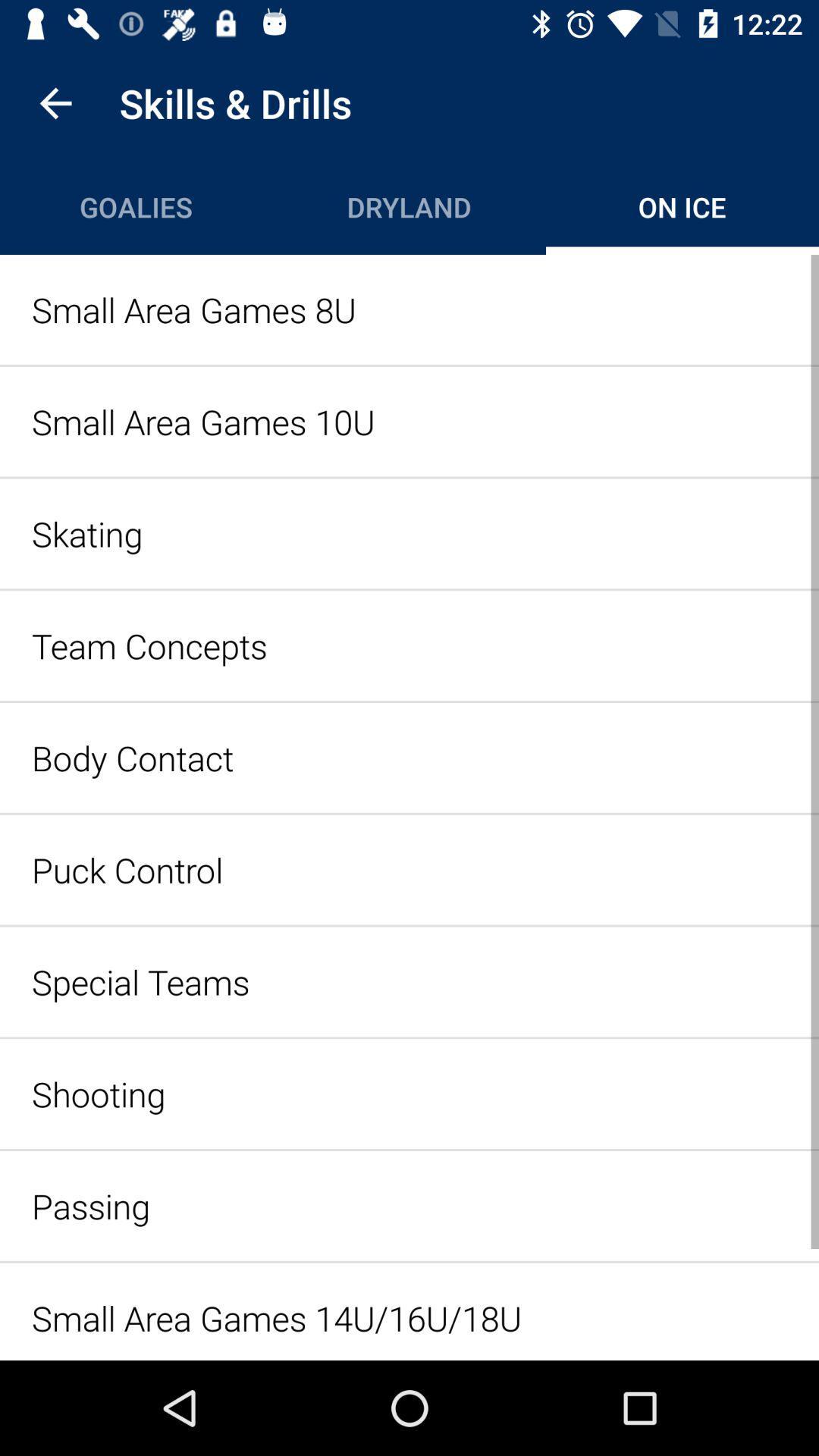 This screenshot has width=819, height=1456. I want to click on special teams icon, so click(409, 981).